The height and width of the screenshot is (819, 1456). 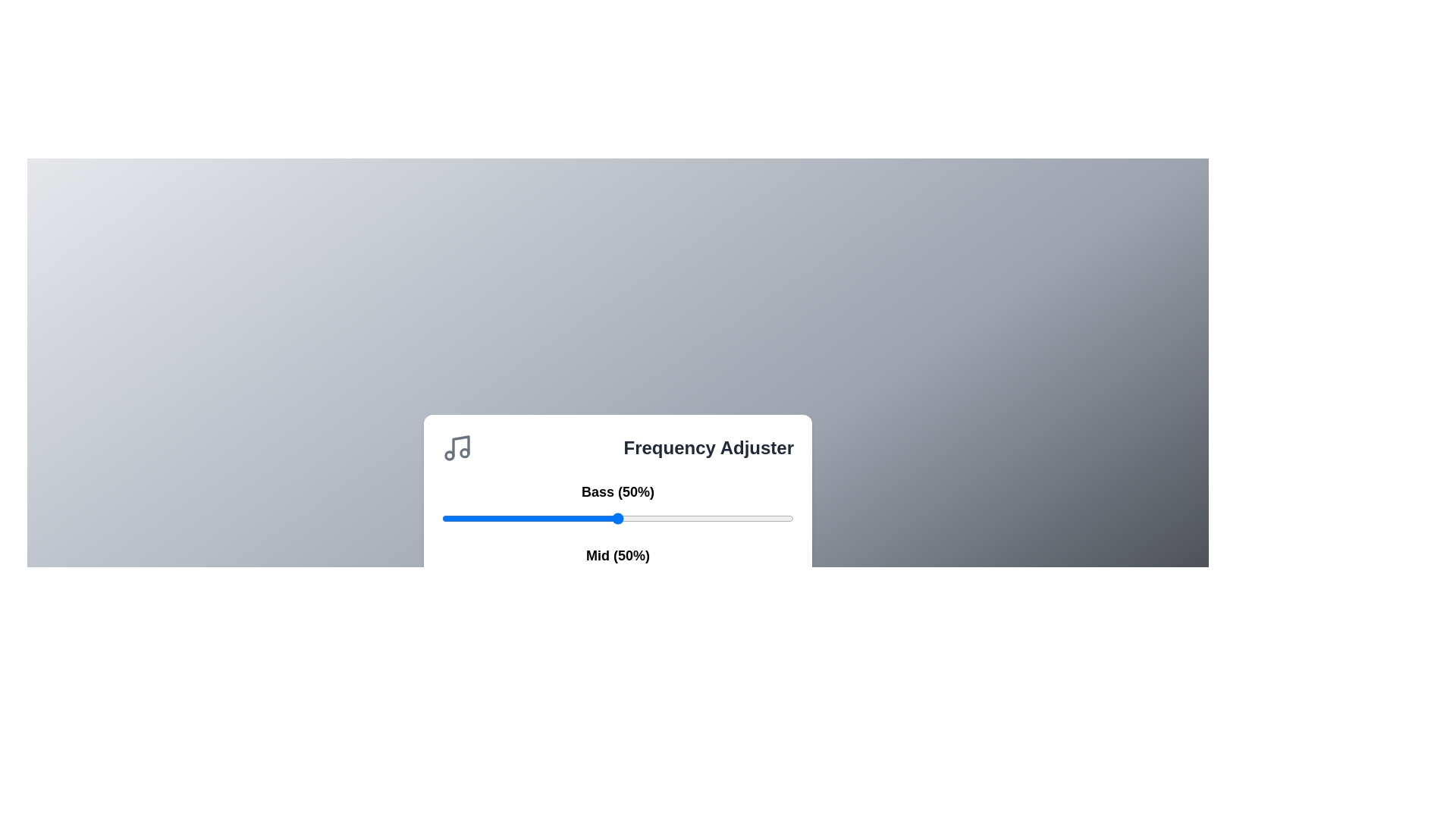 What do you see at coordinates (800, 517) in the screenshot?
I see `the 0 slider to 52%` at bounding box center [800, 517].